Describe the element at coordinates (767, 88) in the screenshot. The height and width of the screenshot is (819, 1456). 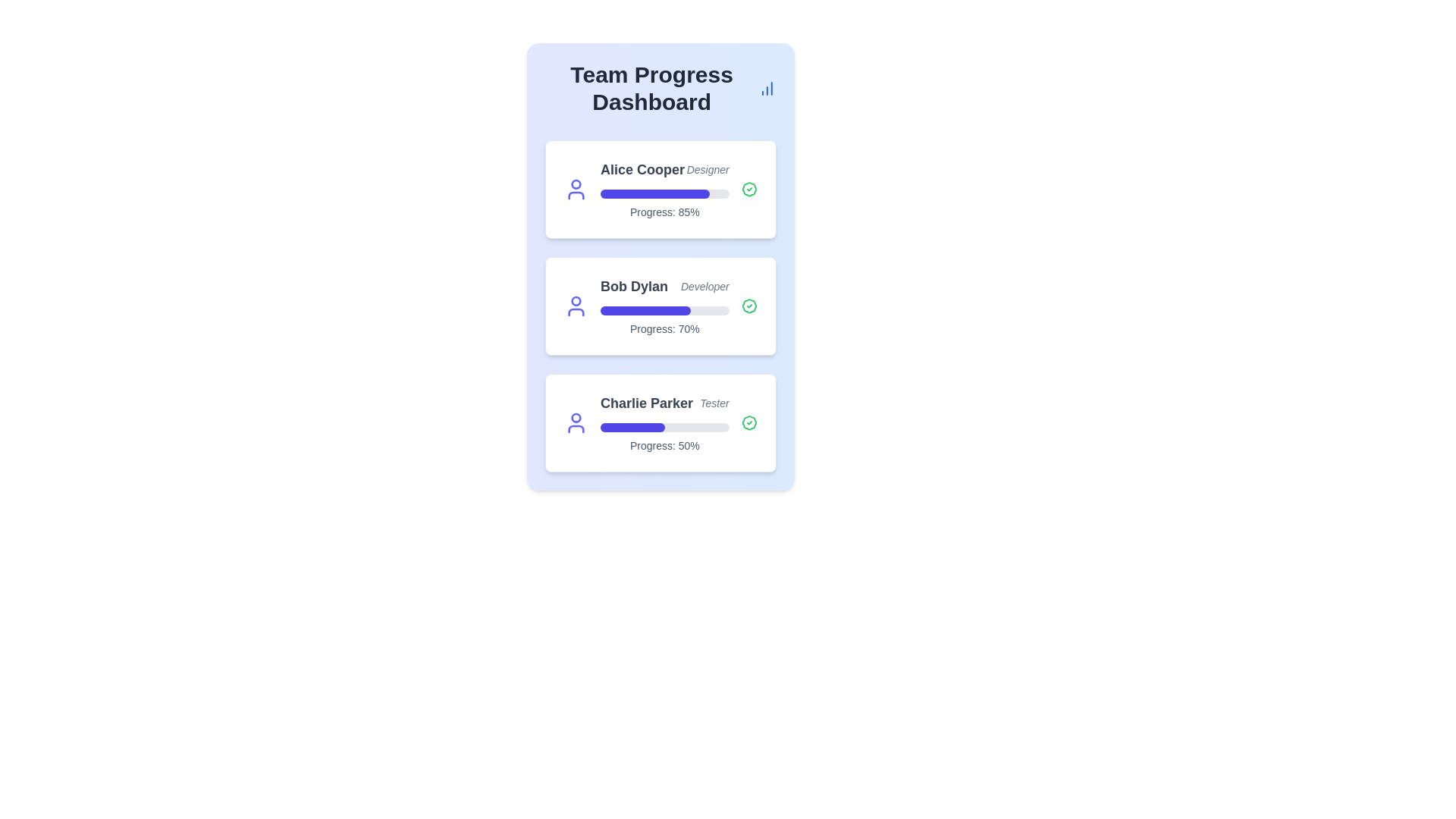
I see `the column chart icon located to the right of the 'Team Progress Dashboard' header` at that location.